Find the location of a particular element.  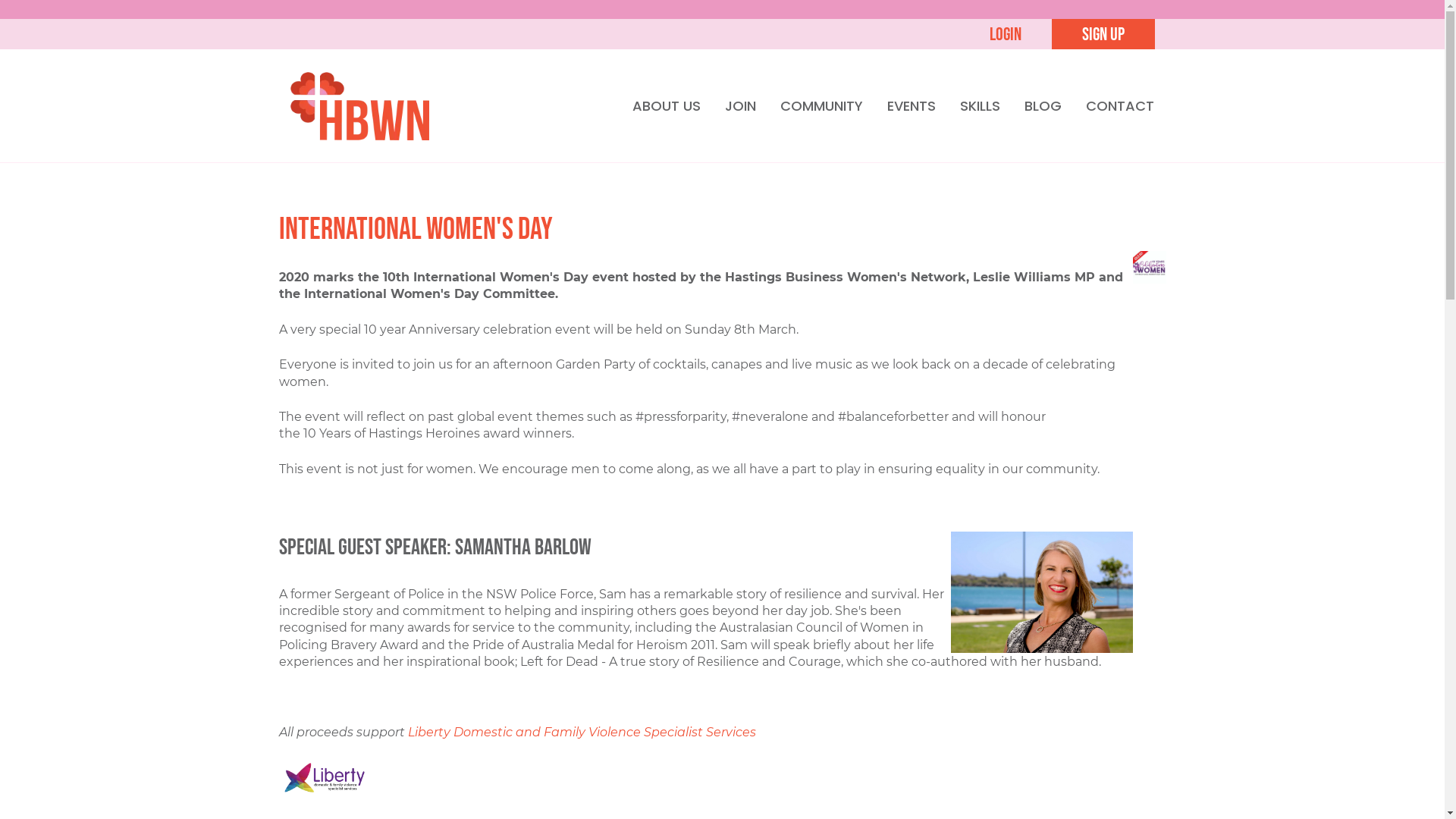

'COMMUNITY' is located at coordinates (821, 105).